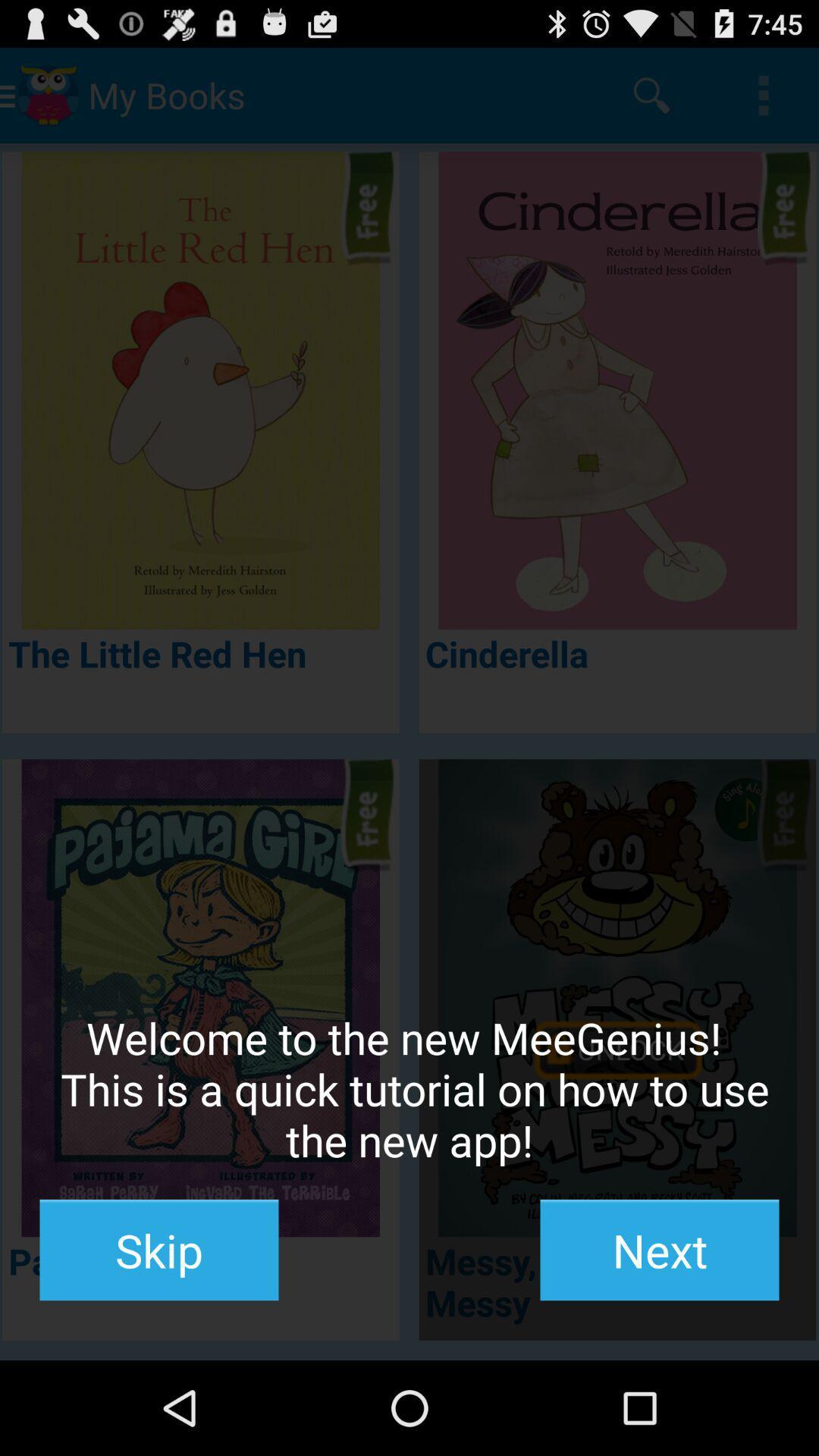  What do you see at coordinates (659, 1250) in the screenshot?
I see `icon at the bottom right corner` at bounding box center [659, 1250].